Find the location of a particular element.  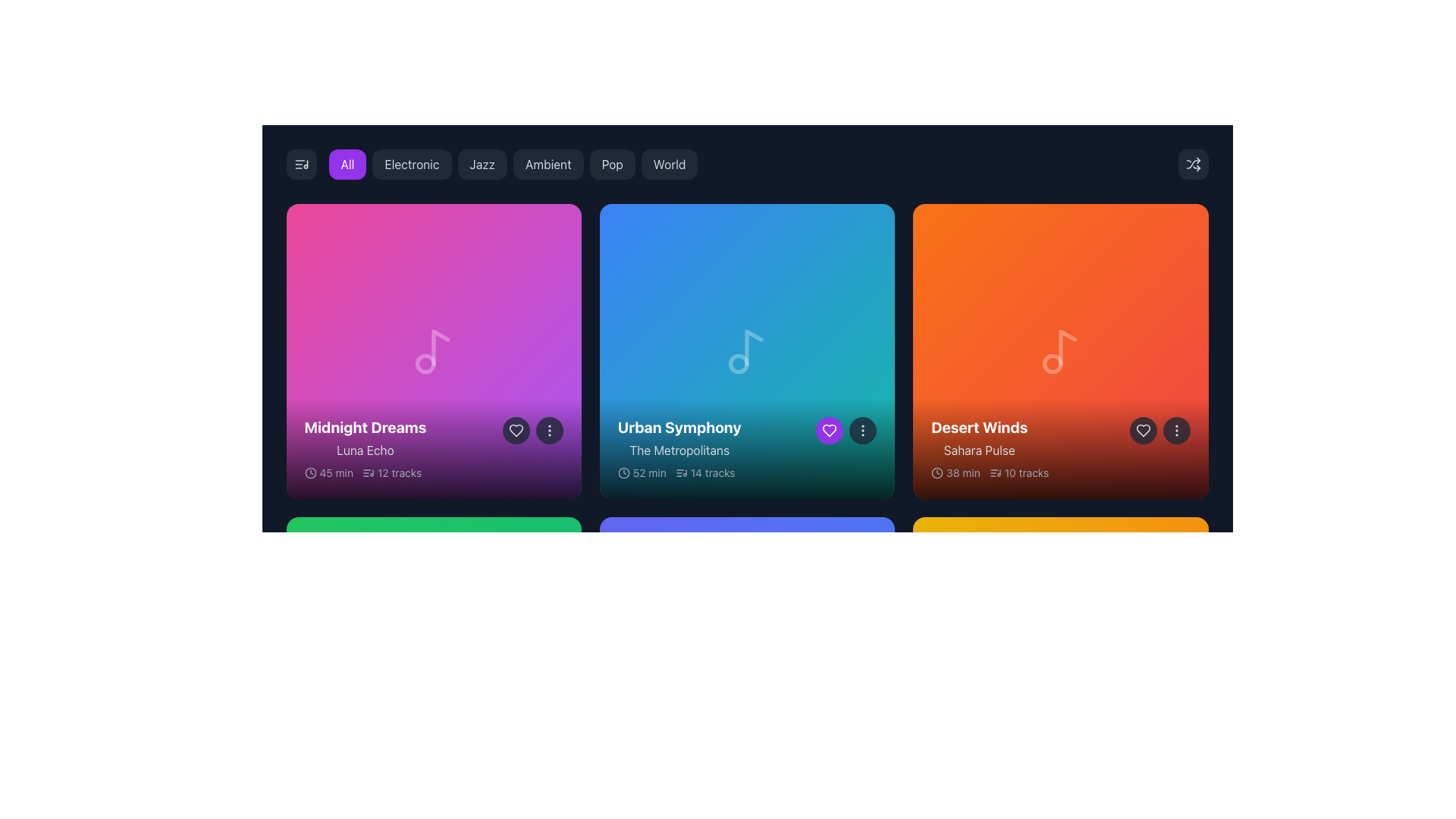

the fourth button labeled 'Ambient' in the navigation bar is located at coordinates (513, 164).